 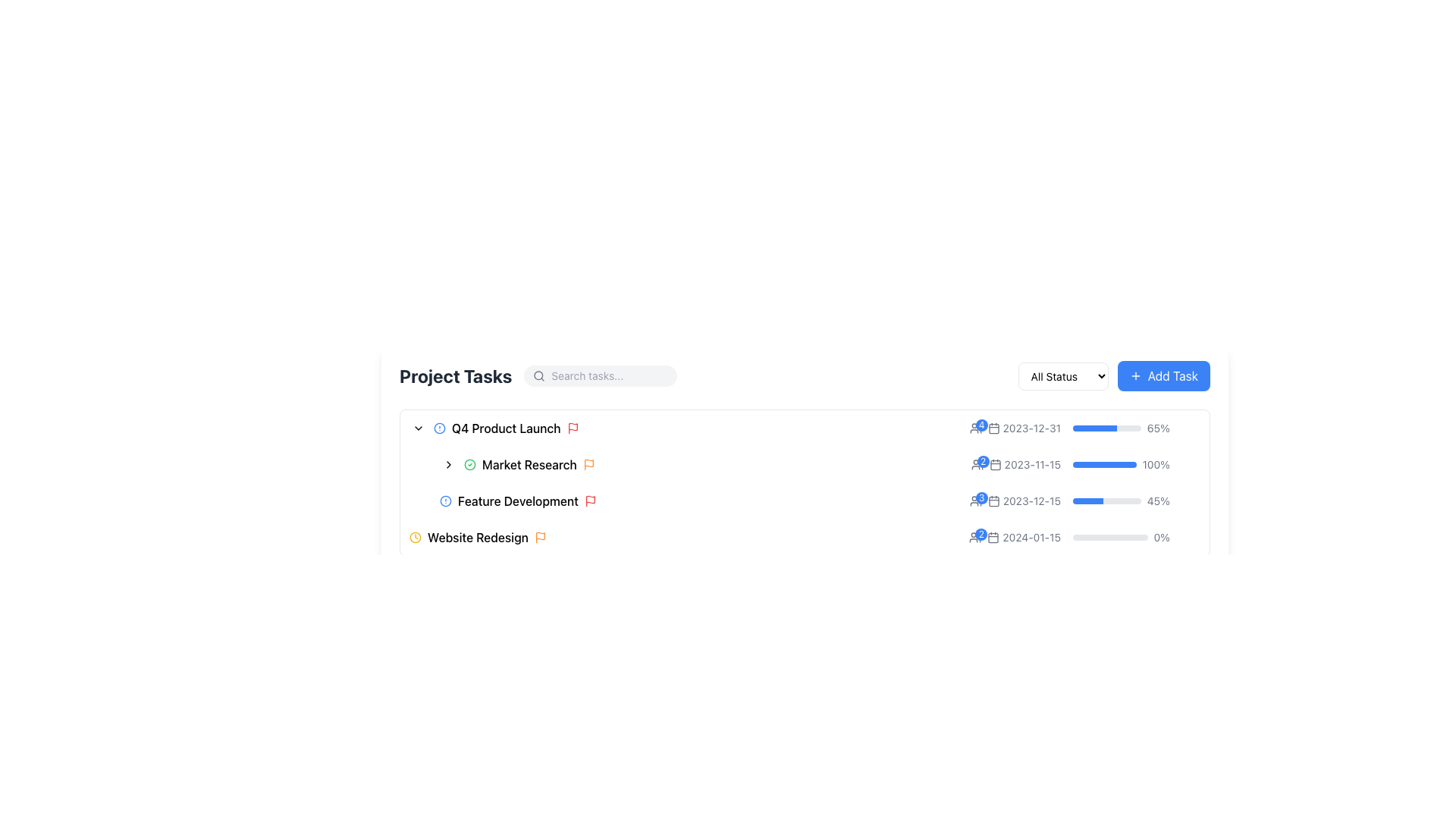 I want to click on task completion, so click(x=1102, y=428).